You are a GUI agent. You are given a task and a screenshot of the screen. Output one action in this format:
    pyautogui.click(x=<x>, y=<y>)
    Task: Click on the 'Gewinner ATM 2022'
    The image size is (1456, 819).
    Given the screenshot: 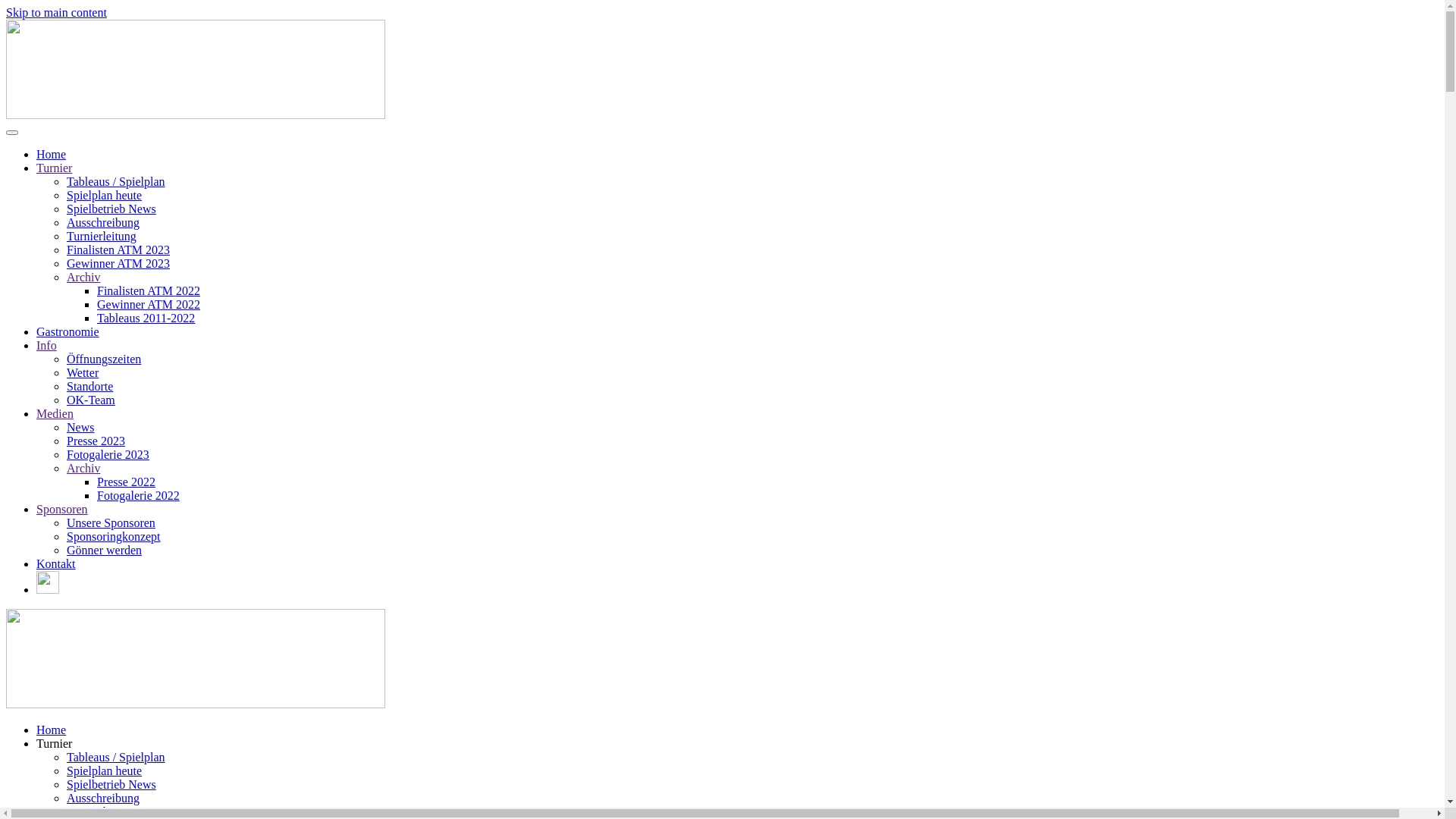 What is the action you would take?
    pyautogui.click(x=149, y=304)
    